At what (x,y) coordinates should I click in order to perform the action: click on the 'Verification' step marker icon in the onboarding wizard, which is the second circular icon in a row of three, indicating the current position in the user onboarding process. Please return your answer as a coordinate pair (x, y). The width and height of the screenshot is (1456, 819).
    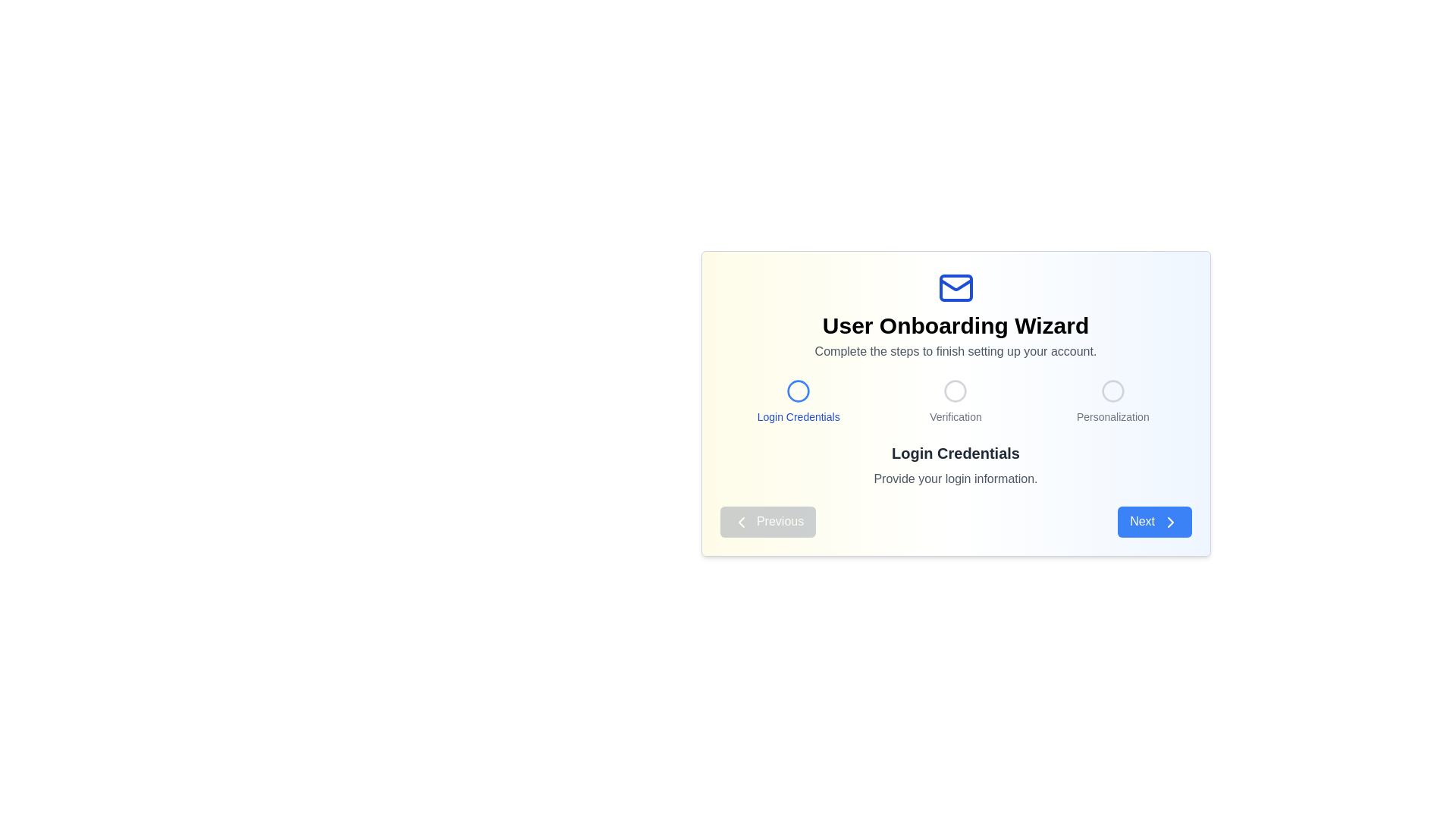
    Looking at the image, I should click on (955, 391).